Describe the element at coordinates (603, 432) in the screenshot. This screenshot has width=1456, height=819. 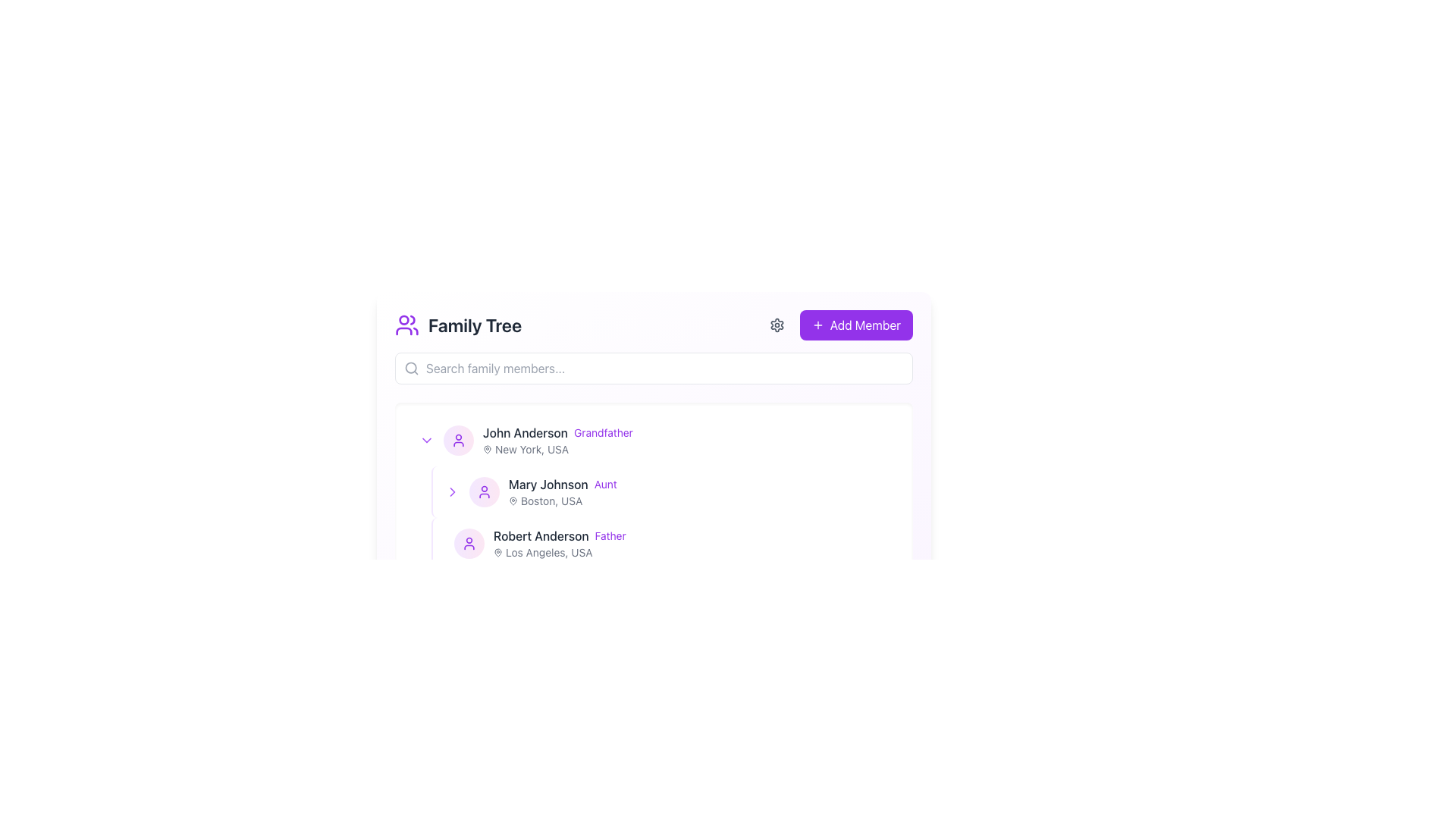
I see `the 'Grandfather' text label, which is a small purple font next to 'John Anderson'` at that location.